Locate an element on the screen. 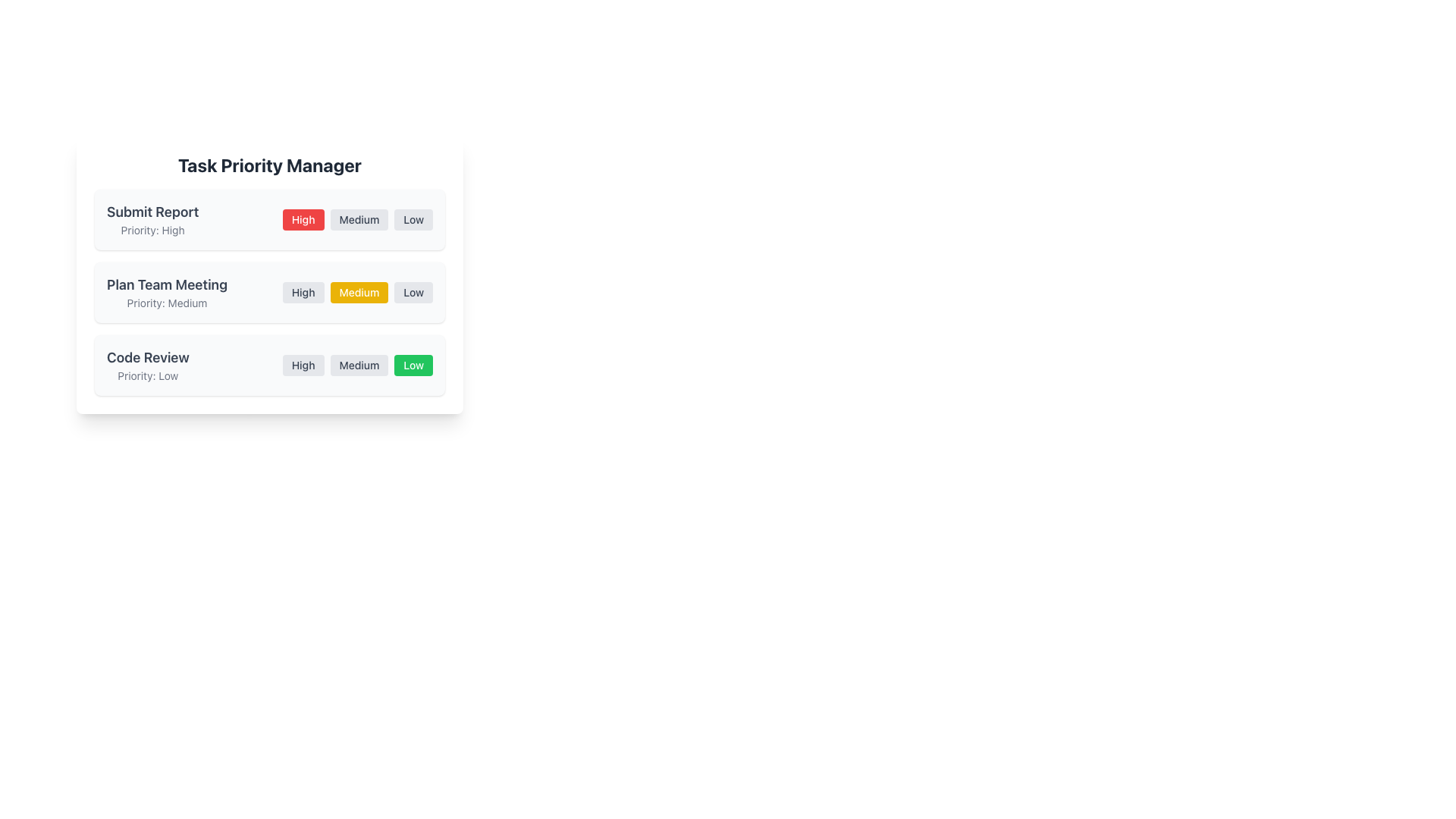 This screenshot has width=1456, height=819. the 'High' priority button located in the topmost group of priority level options, next to the 'Submit Report' task is located at coordinates (303, 219).